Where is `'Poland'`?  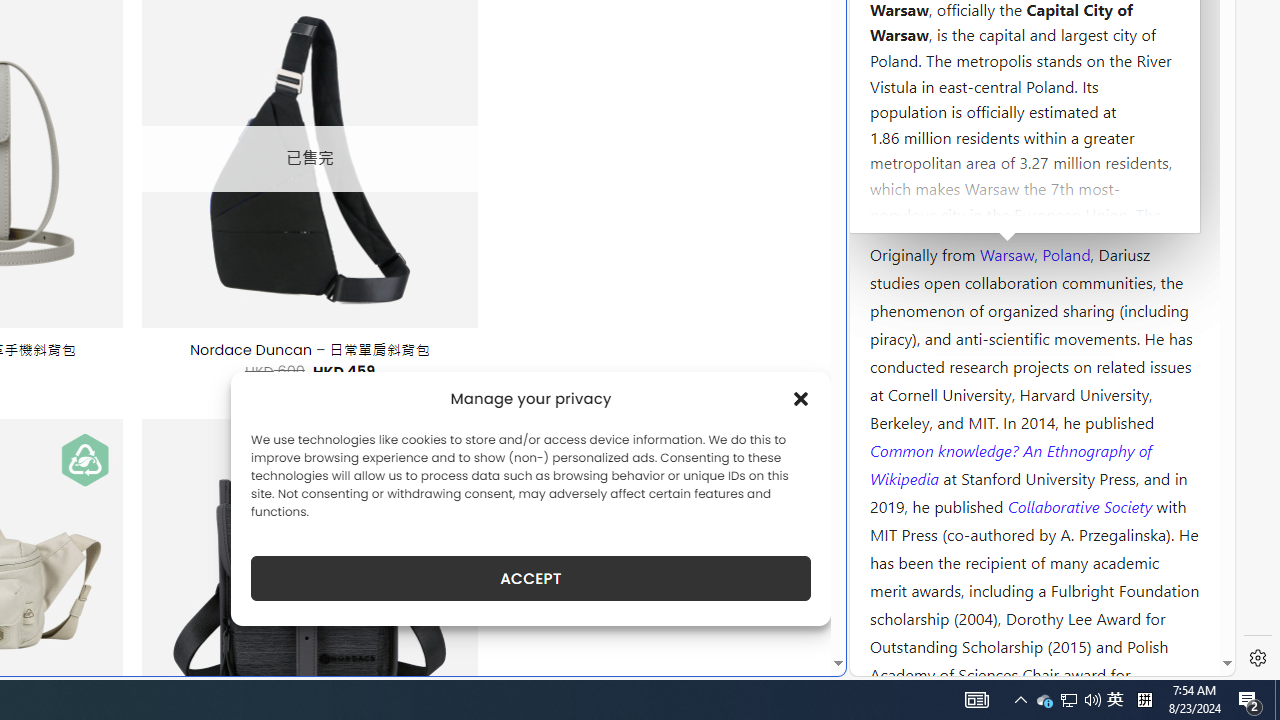
'Poland' is located at coordinates (1065, 252).